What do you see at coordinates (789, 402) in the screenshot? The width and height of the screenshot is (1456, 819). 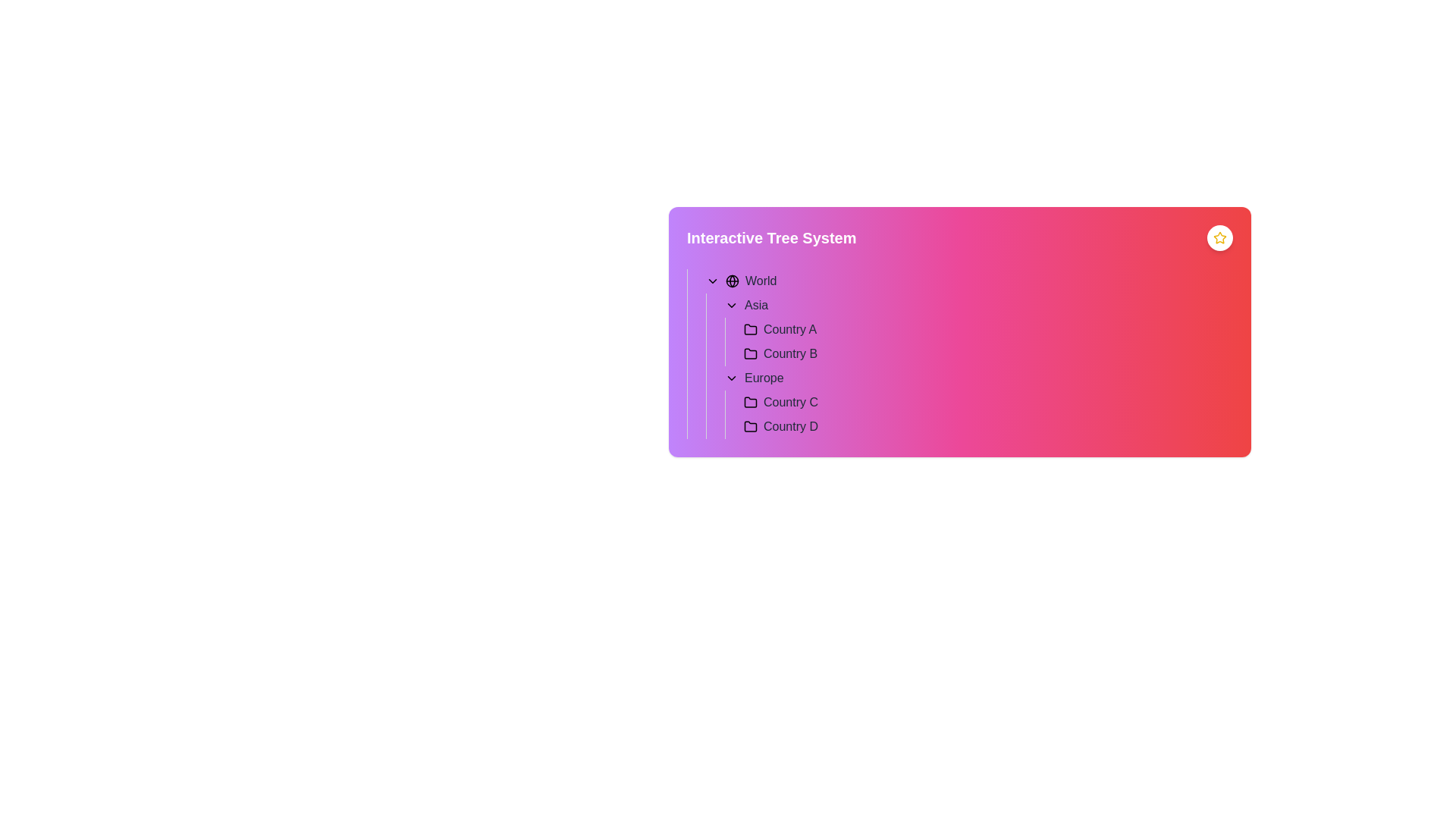 I see `the text label reading 'Country C', which is styled with a medium-weight font and dark gray color, positioned below 'Europe' and above 'Country D' in a hierarchical tree structure` at bounding box center [789, 402].